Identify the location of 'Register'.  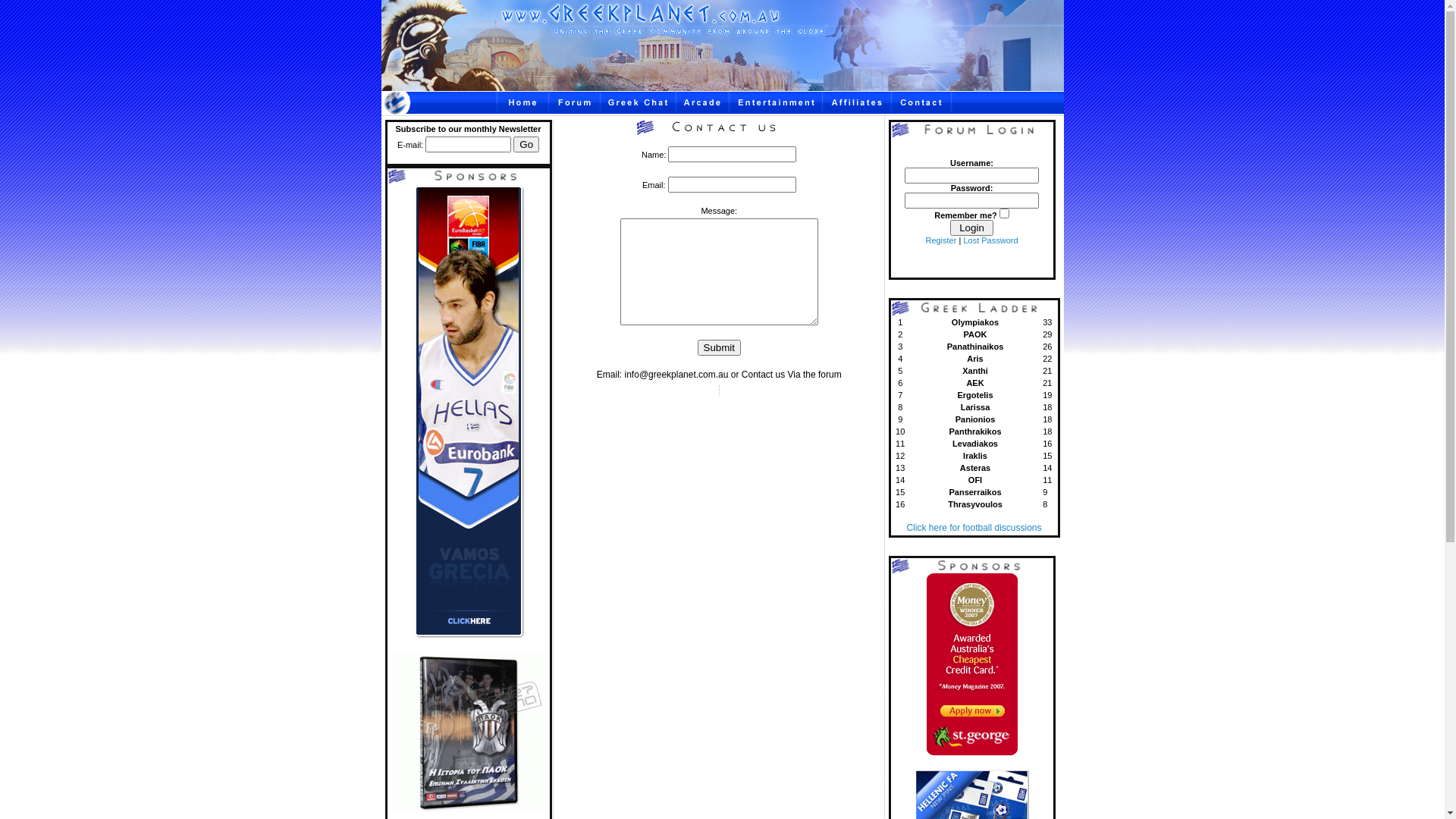
(924, 239).